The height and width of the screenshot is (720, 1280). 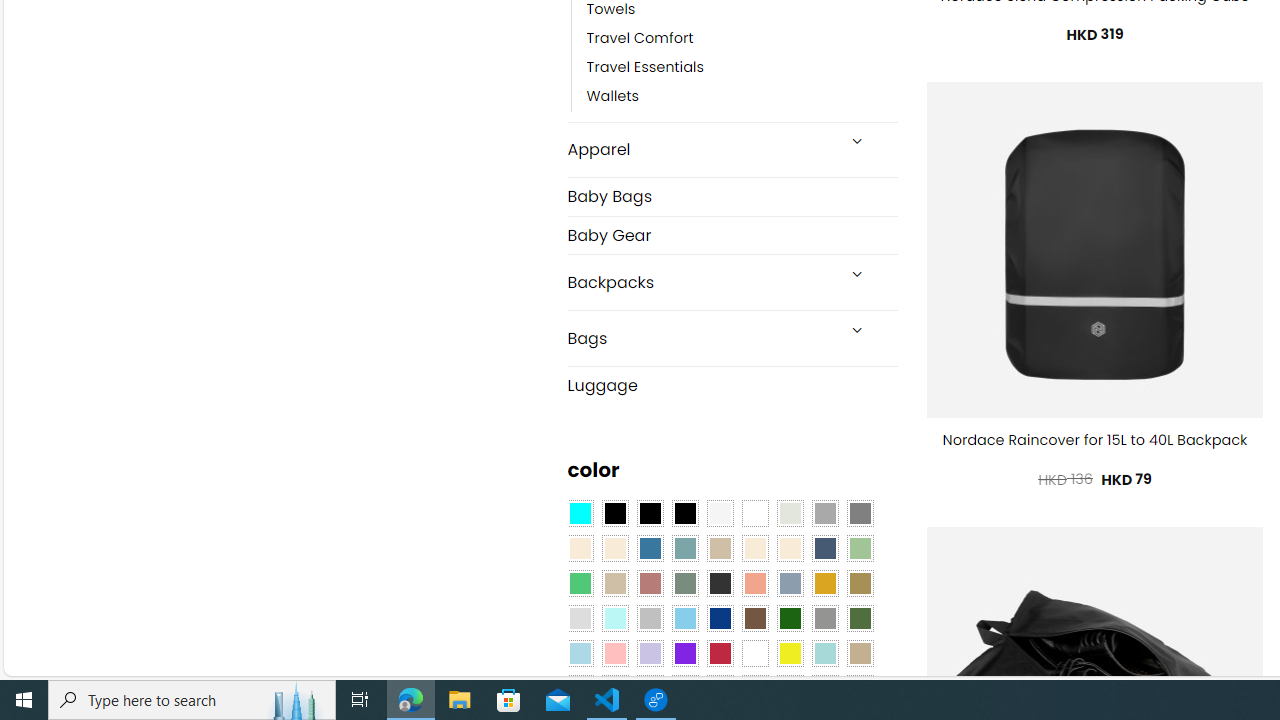 I want to click on 'Silver', so click(x=650, y=618).